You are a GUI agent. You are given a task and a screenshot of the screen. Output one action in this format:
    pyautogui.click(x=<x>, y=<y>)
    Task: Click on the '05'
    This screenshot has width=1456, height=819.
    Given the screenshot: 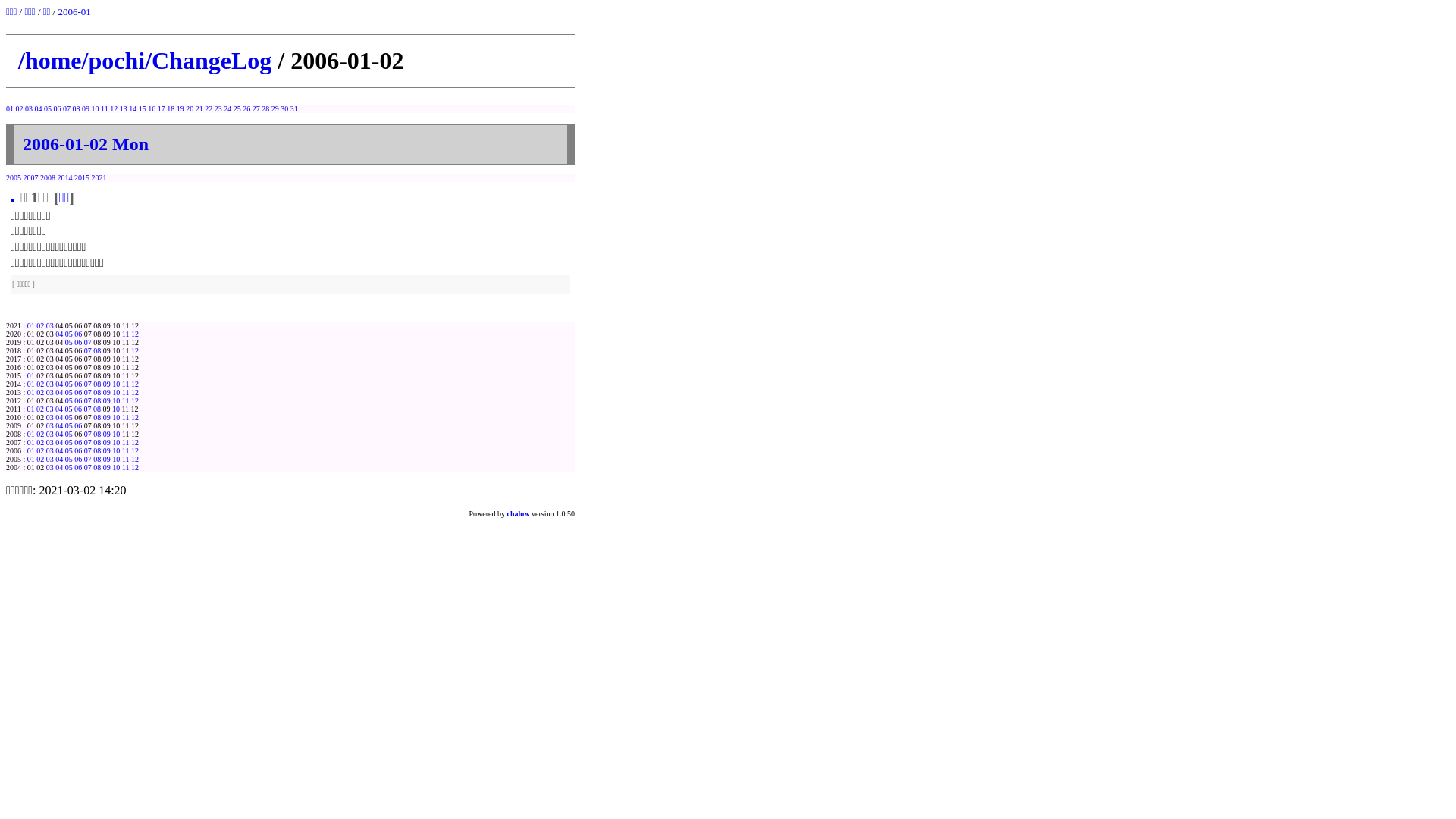 What is the action you would take?
    pyautogui.click(x=47, y=108)
    